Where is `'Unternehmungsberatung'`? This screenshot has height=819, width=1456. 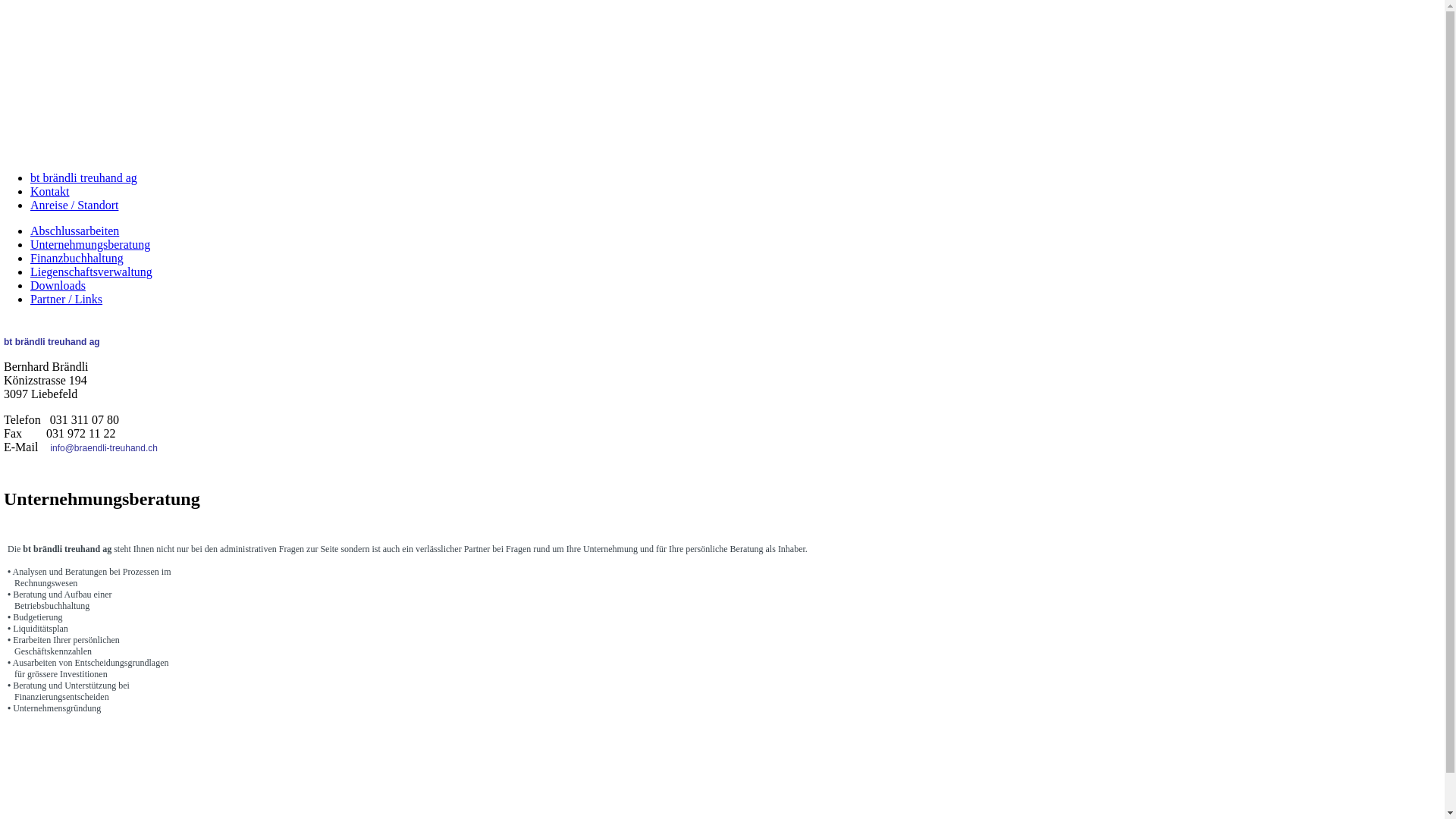
'Unternehmungsberatung' is located at coordinates (89, 243).